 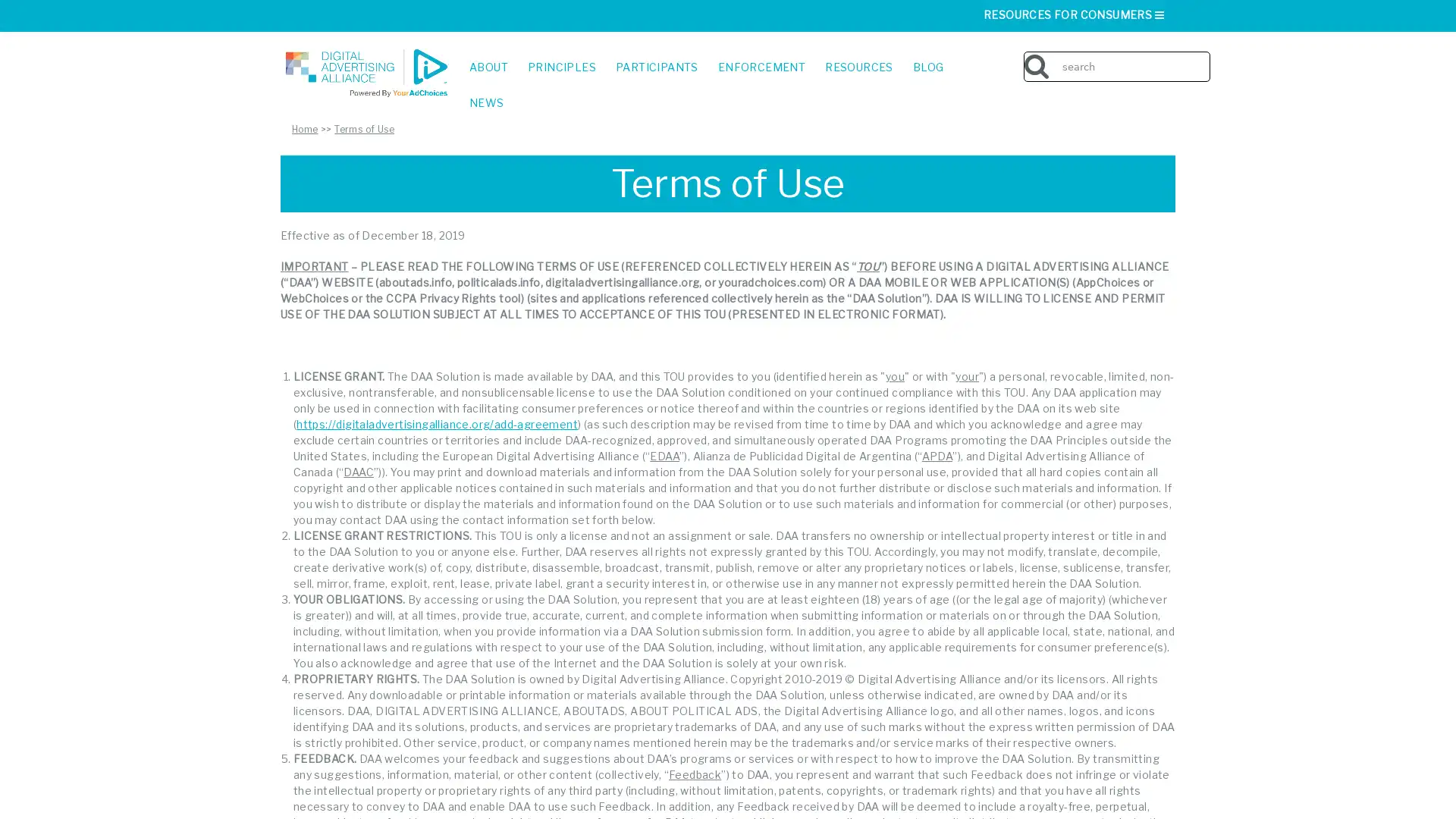 What do you see at coordinates (1204, 55) in the screenshot?
I see `Search` at bounding box center [1204, 55].